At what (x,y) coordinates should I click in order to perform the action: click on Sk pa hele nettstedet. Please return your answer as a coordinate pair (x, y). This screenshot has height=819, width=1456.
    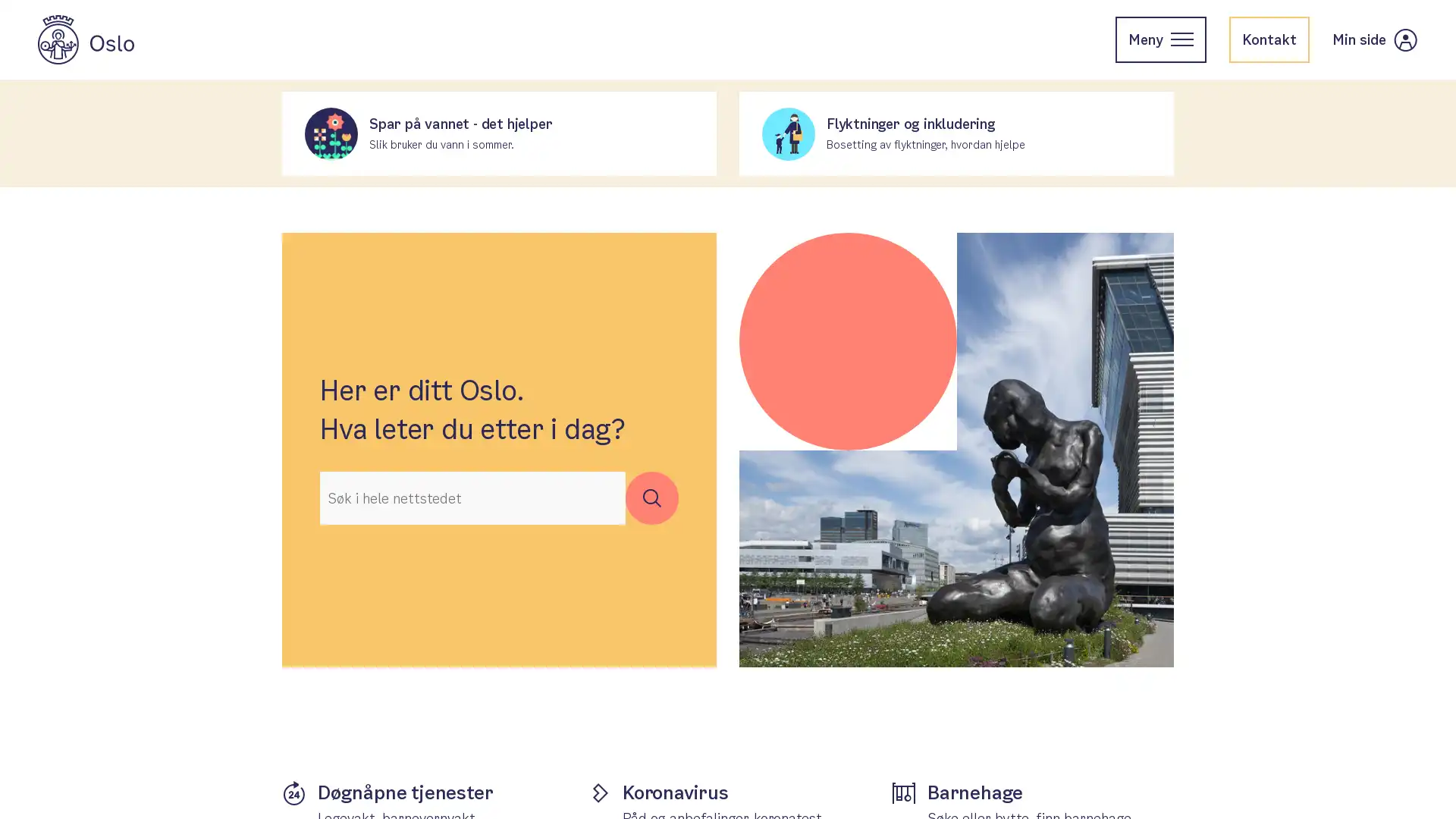
    Looking at the image, I should click on (651, 497).